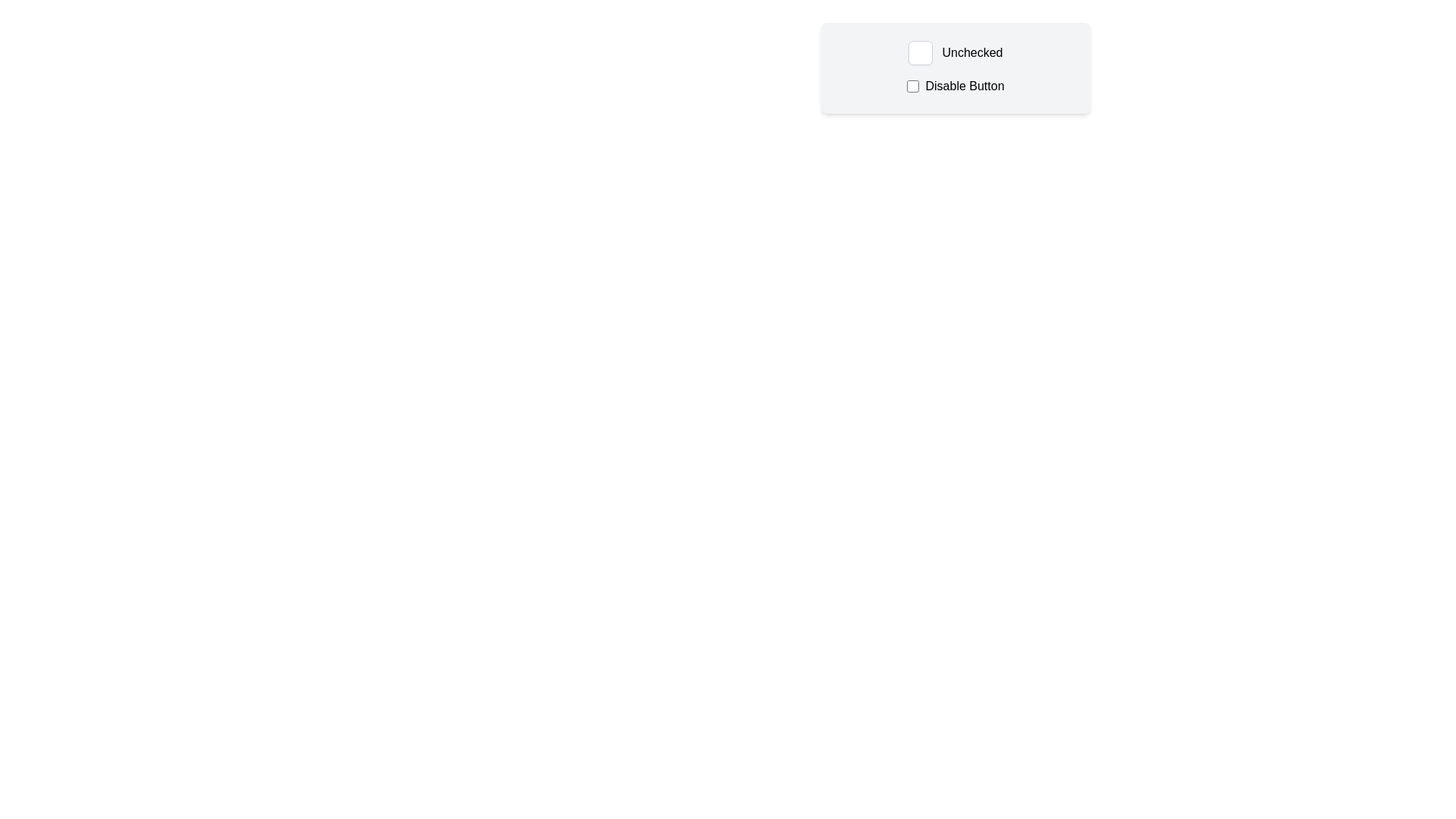 The image size is (1456, 819). Describe the element at coordinates (920, 52) in the screenshot. I see `the first radio button in the upper-middle section of the interface` at that location.